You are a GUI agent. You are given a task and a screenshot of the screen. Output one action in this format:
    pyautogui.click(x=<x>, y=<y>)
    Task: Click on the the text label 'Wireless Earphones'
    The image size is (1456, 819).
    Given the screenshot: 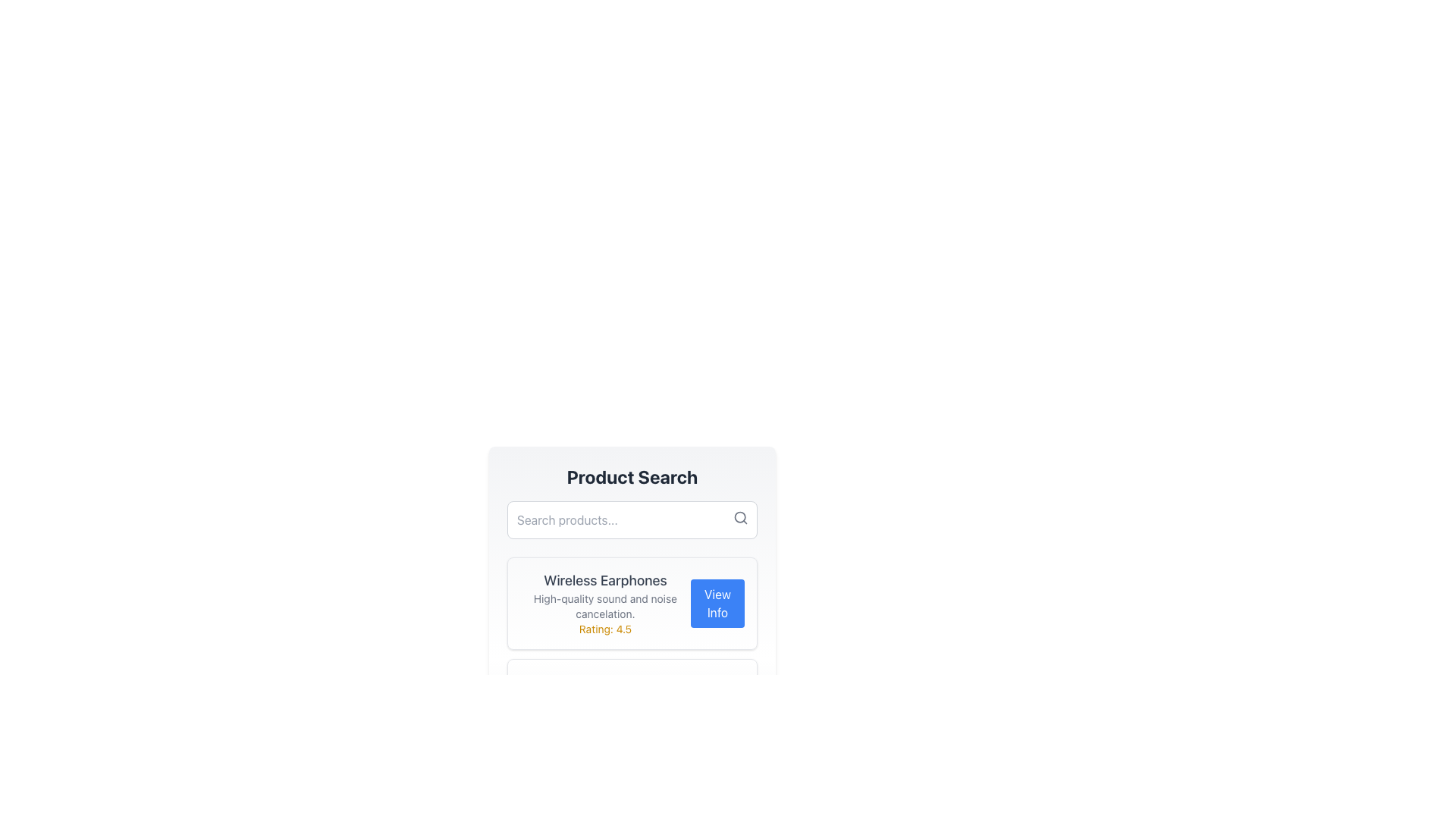 What is the action you would take?
    pyautogui.click(x=604, y=580)
    